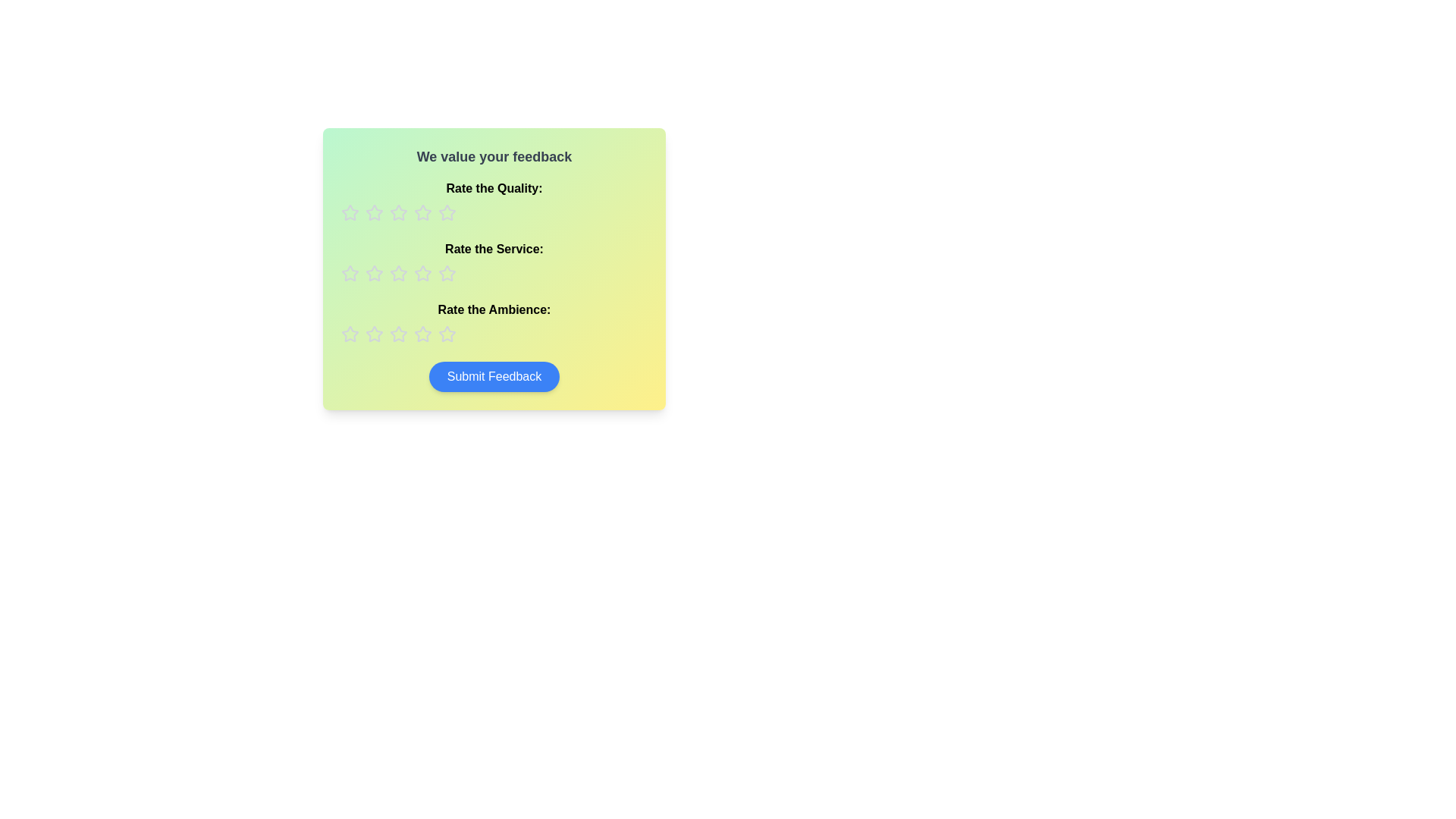 The height and width of the screenshot is (819, 1456). I want to click on the first star in the second row of rating options labeled 'Rate the Service', so click(349, 274).